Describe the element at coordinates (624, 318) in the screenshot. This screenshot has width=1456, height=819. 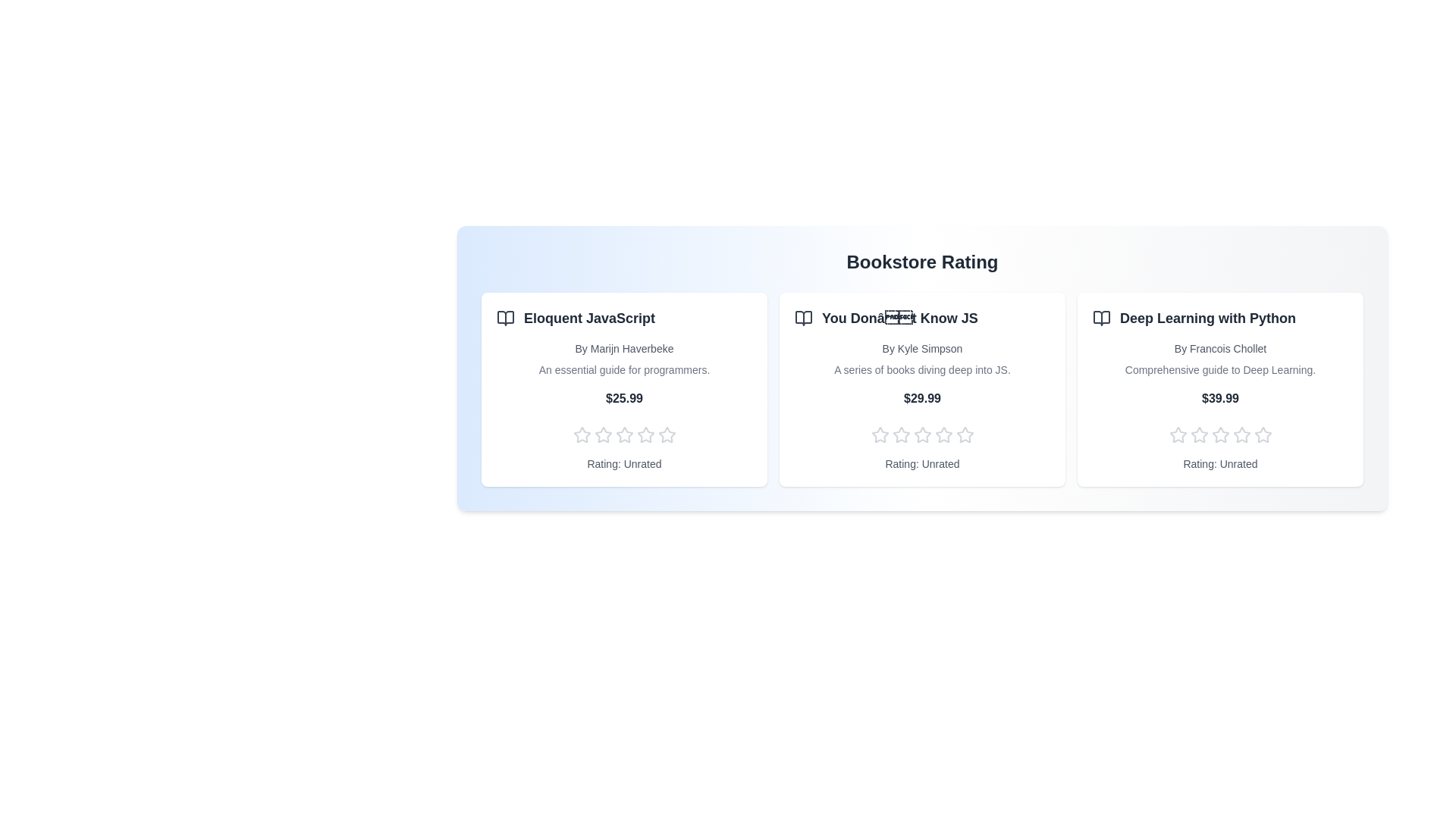
I see `the title text of the book 'Eloquent JavaScript' by clicking on its title area` at that location.